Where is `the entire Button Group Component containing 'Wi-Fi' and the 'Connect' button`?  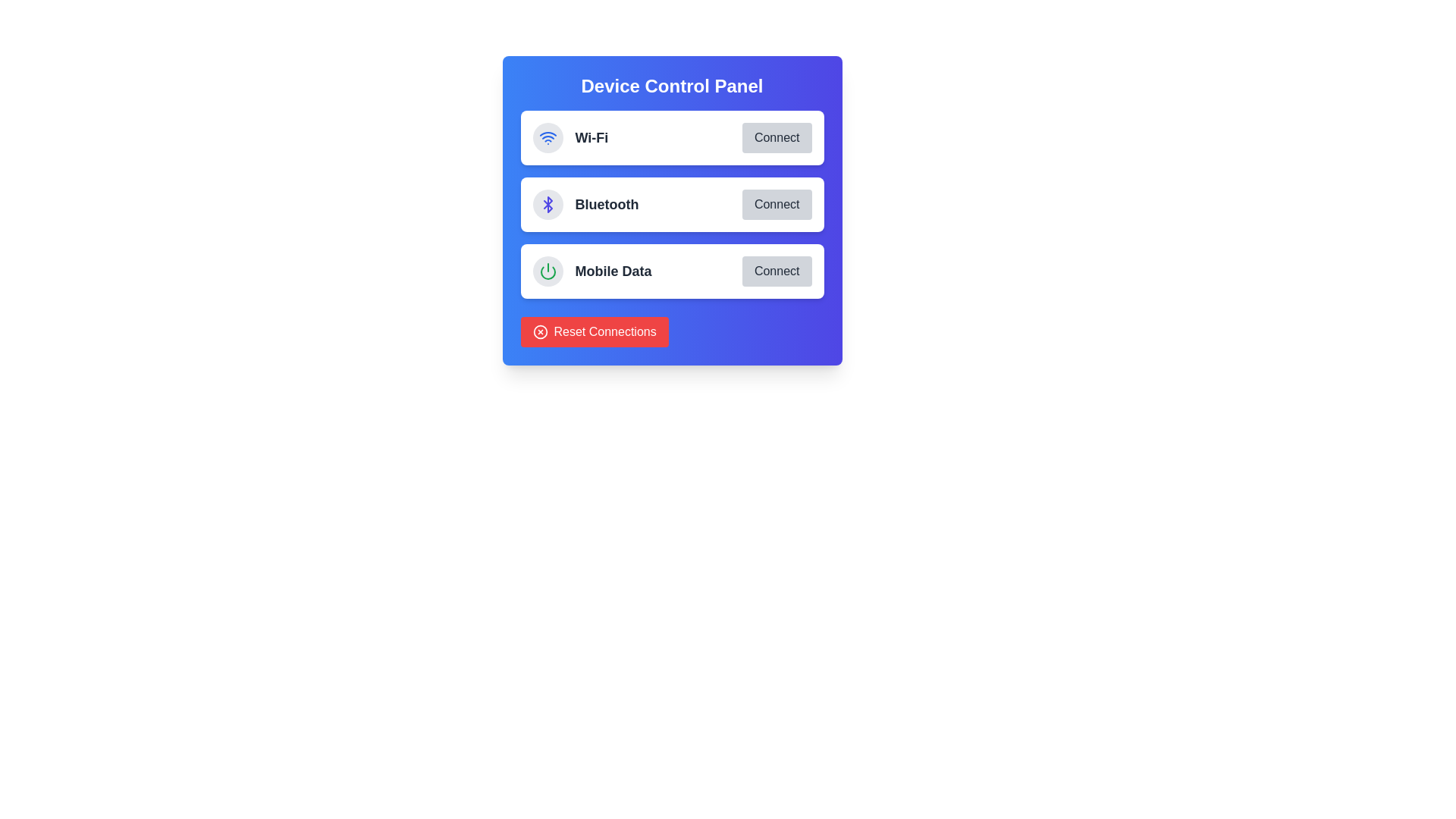 the entire Button Group Component containing 'Wi-Fi' and the 'Connect' button is located at coordinates (671, 137).